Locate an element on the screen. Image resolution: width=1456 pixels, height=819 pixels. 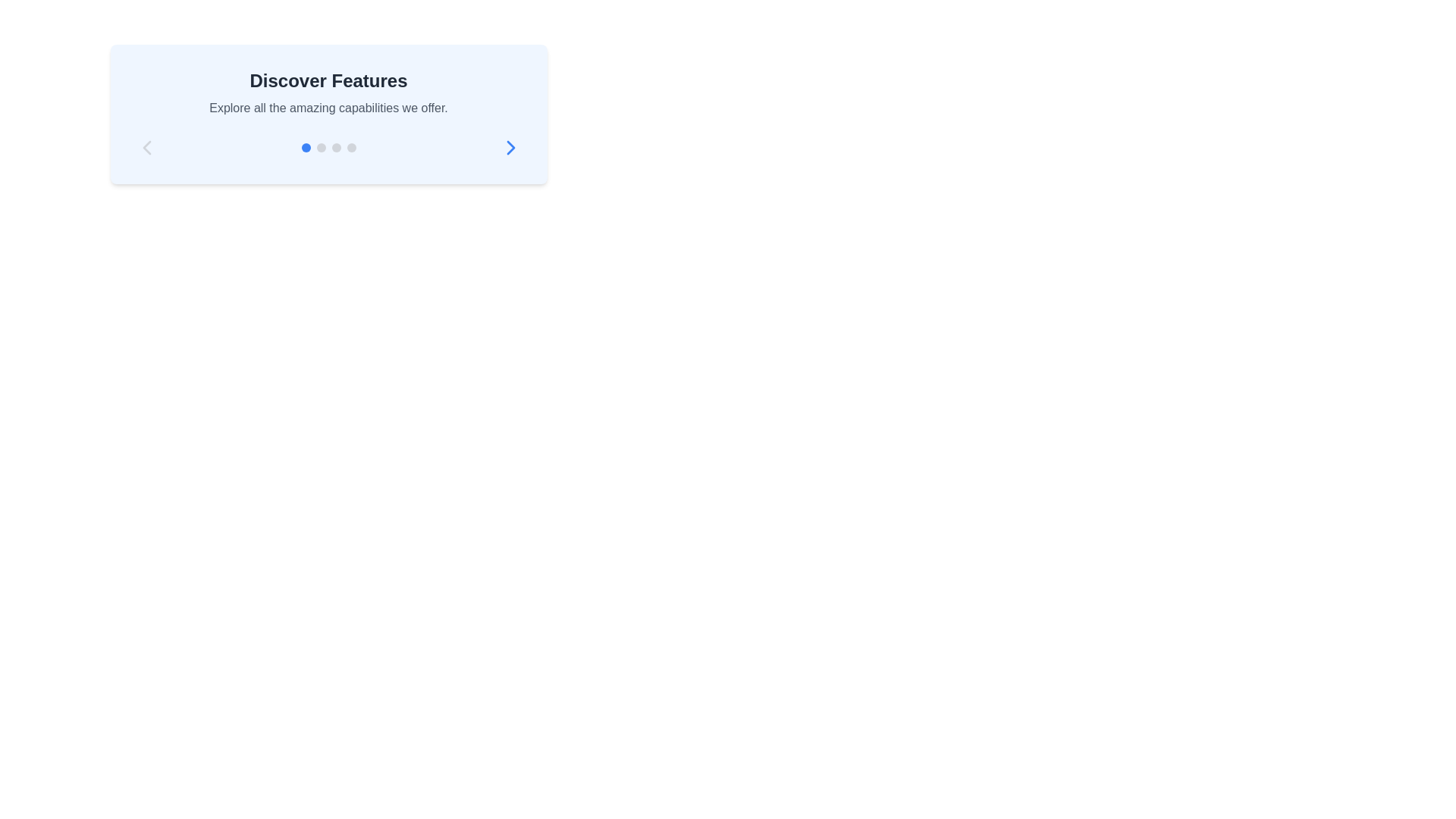
the active state of the Indicator Group consisting of four circular dots, where the first dot is blue indicating activeness, centered below the 'Discover Features' header is located at coordinates (328, 148).